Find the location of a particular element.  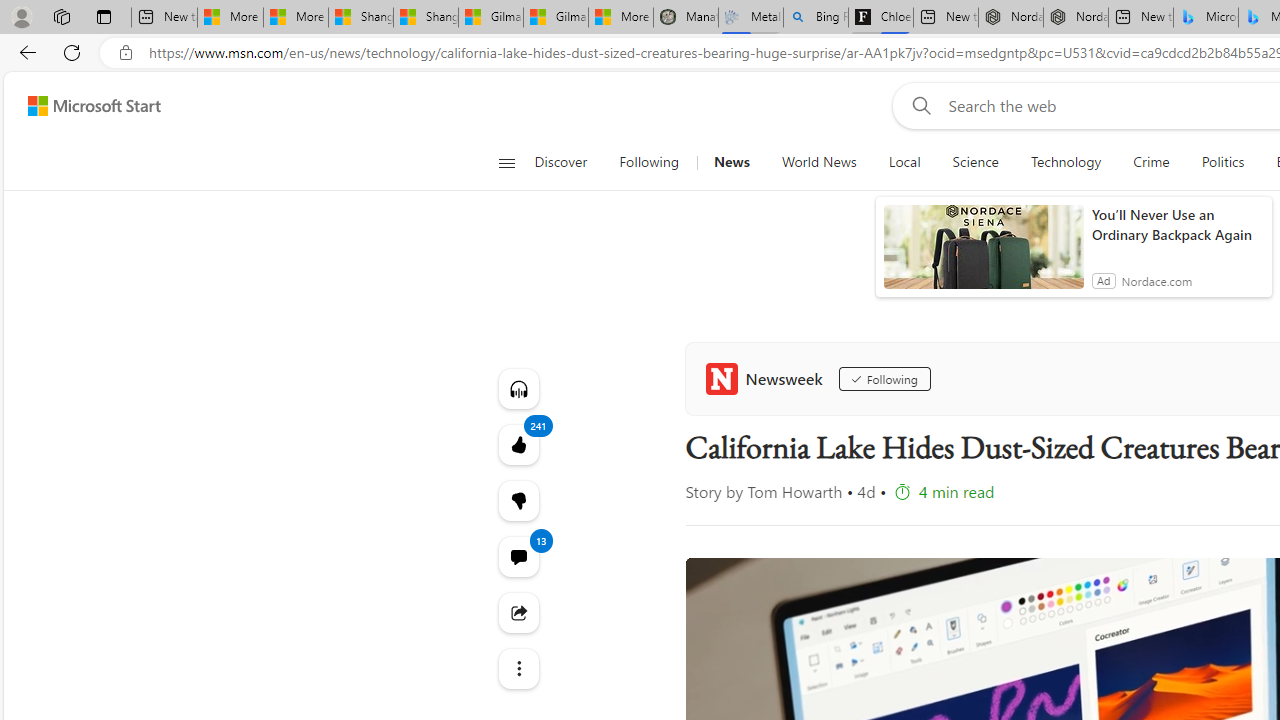

'Listen to this article' is located at coordinates (518, 388).